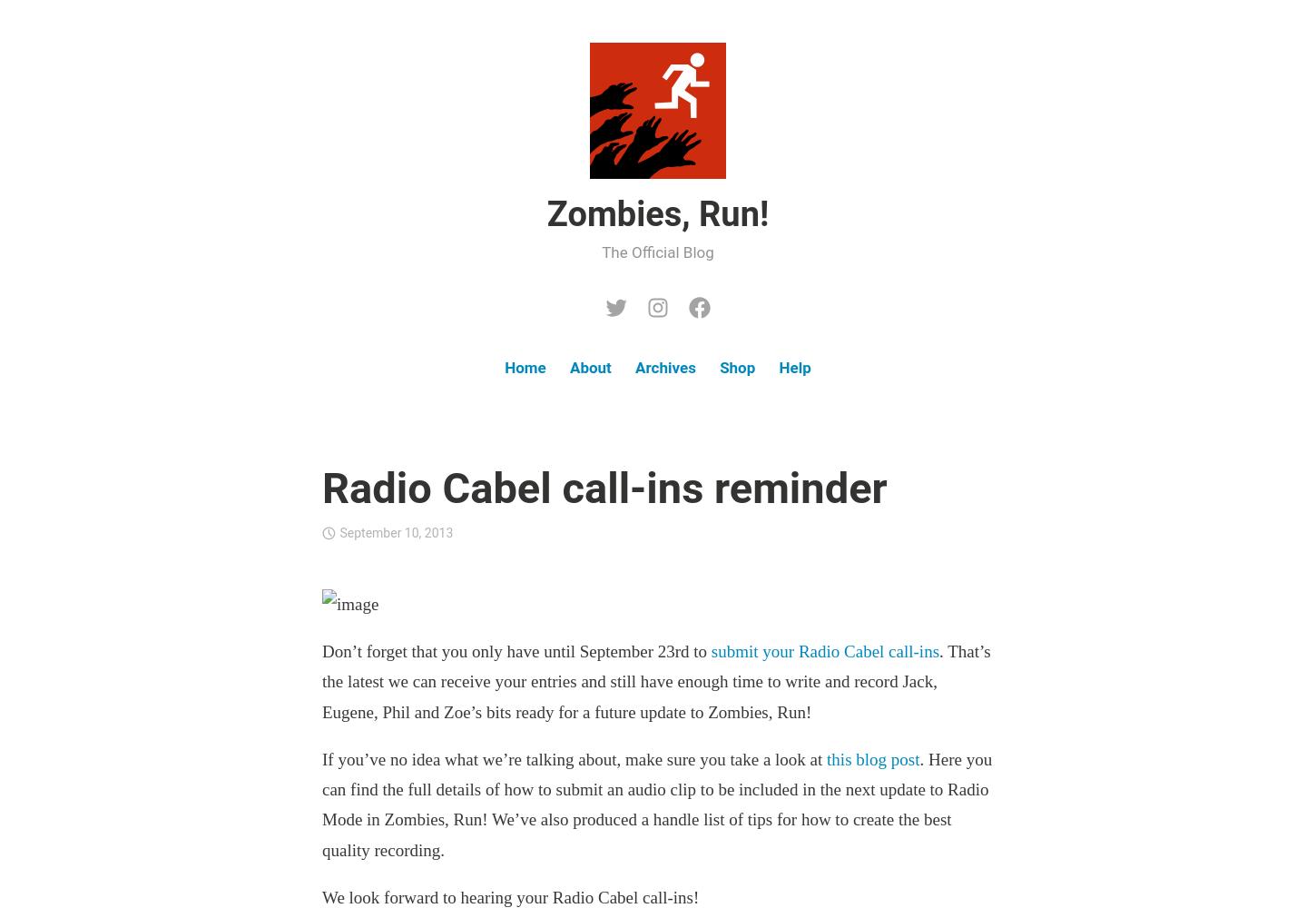 The width and height of the screenshot is (1316, 908). I want to click on 'We look forward to hearing your Radio Cabel call-ins!', so click(510, 895).